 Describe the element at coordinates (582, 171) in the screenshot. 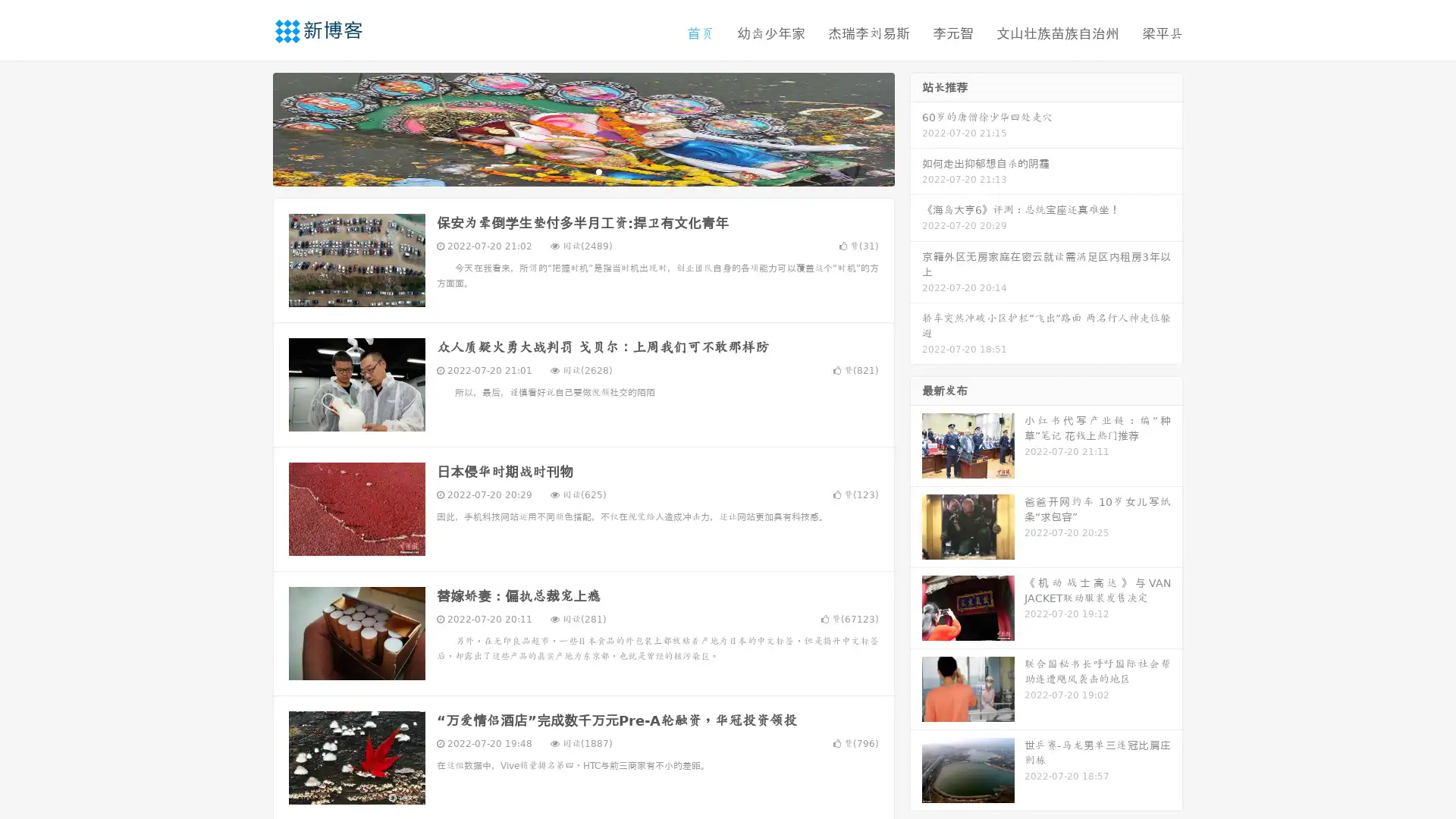

I see `Go to slide 2` at that location.